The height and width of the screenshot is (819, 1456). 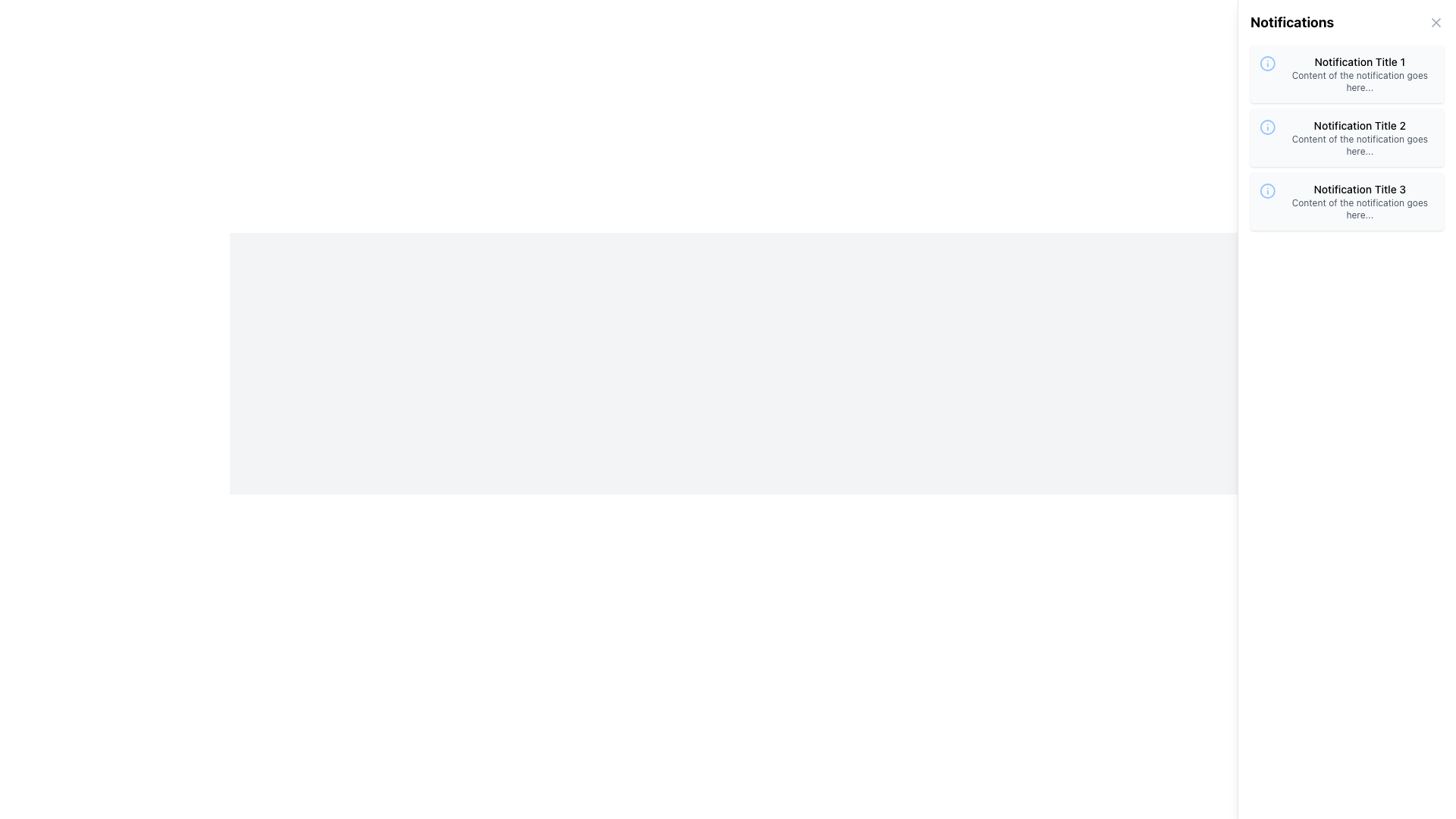 What do you see at coordinates (1267, 127) in the screenshot?
I see `the circular icon with a blue stroke located on the notification card for 'Notification Title 2' in the second row of the notification list` at bounding box center [1267, 127].